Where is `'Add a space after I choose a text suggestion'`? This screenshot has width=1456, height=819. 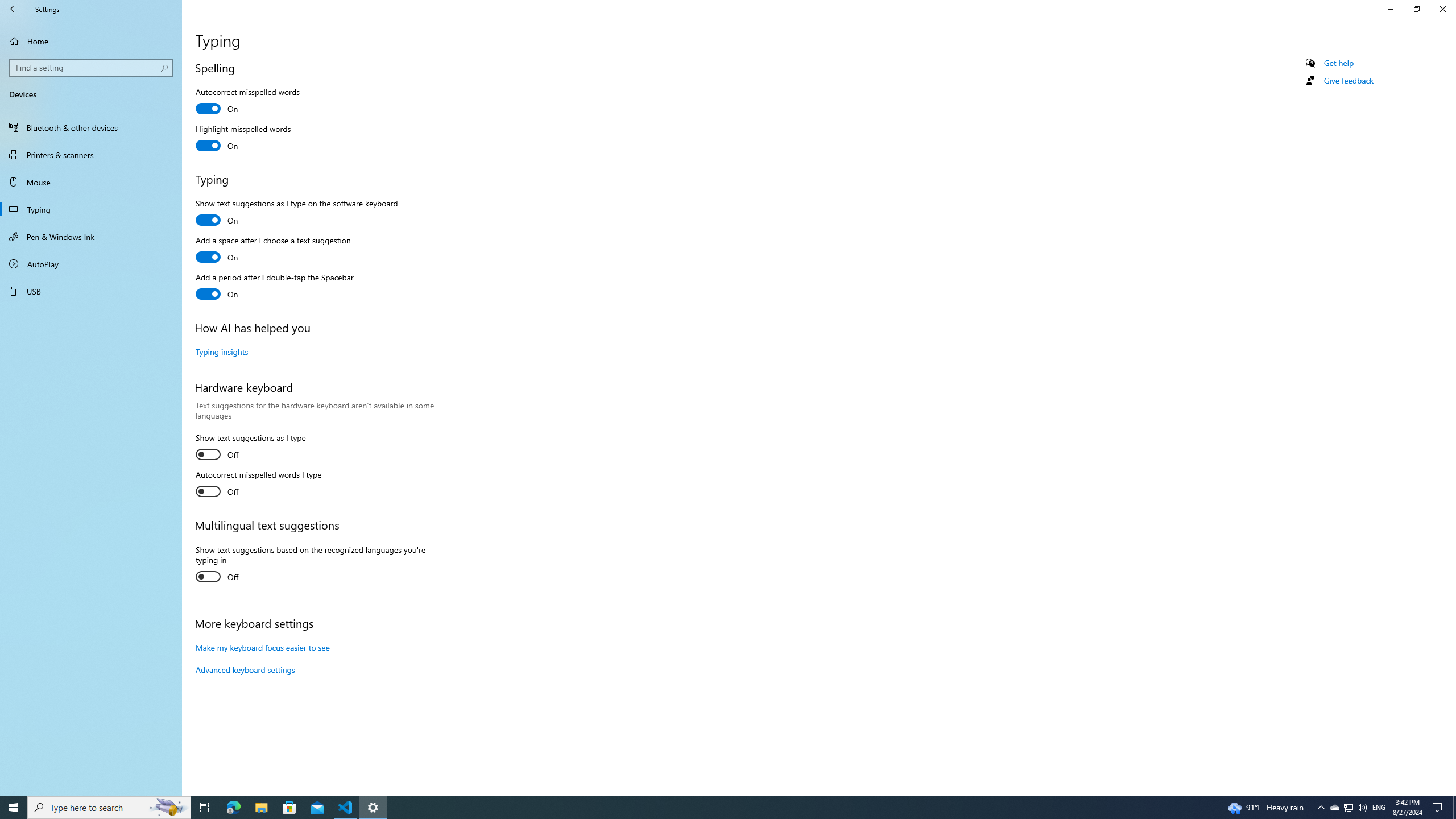
'Add a space after I choose a text suggestion' is located at coordinates (273, 250).